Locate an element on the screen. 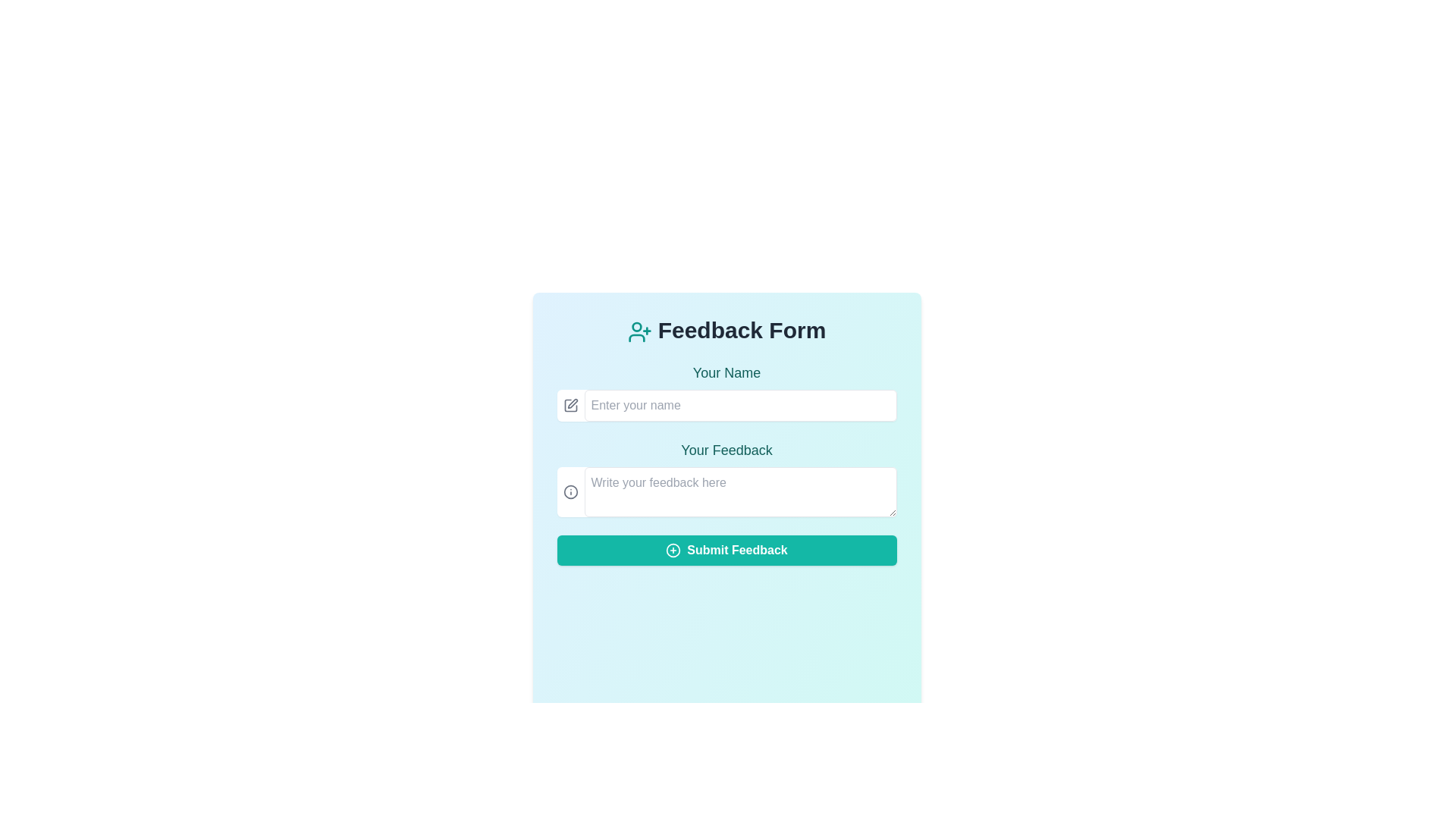 The height and width of the screenshot is (819, 1456). the label that provides context and instruction for the name input field, which is positioned immediately above the text input field is located at coordinates (726, 373).